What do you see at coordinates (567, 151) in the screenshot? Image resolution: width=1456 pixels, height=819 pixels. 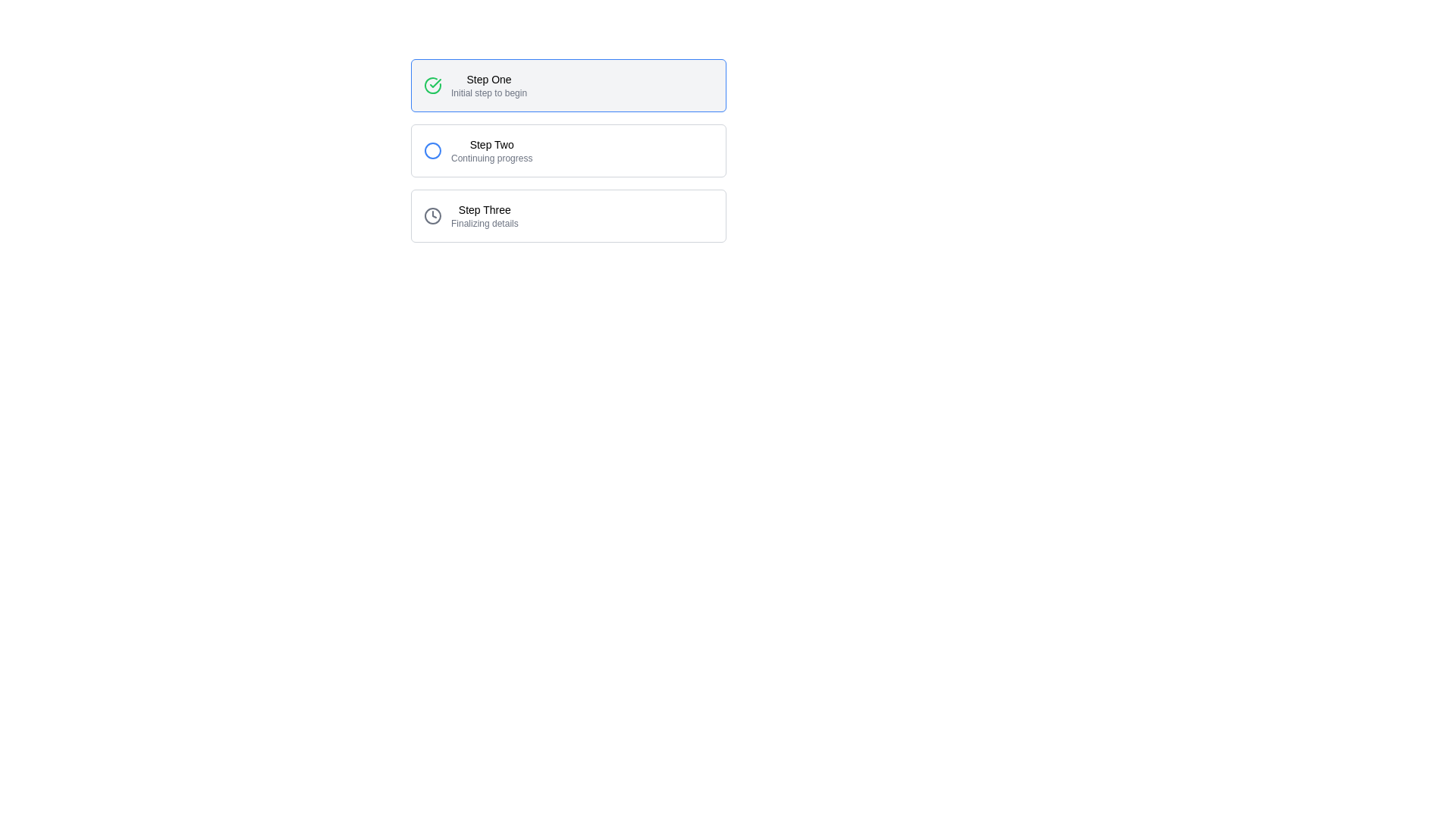 I see `the Progress indicator with labeled steps located centrally on the display to interact with individual steps` at bounding box center [567, 151].